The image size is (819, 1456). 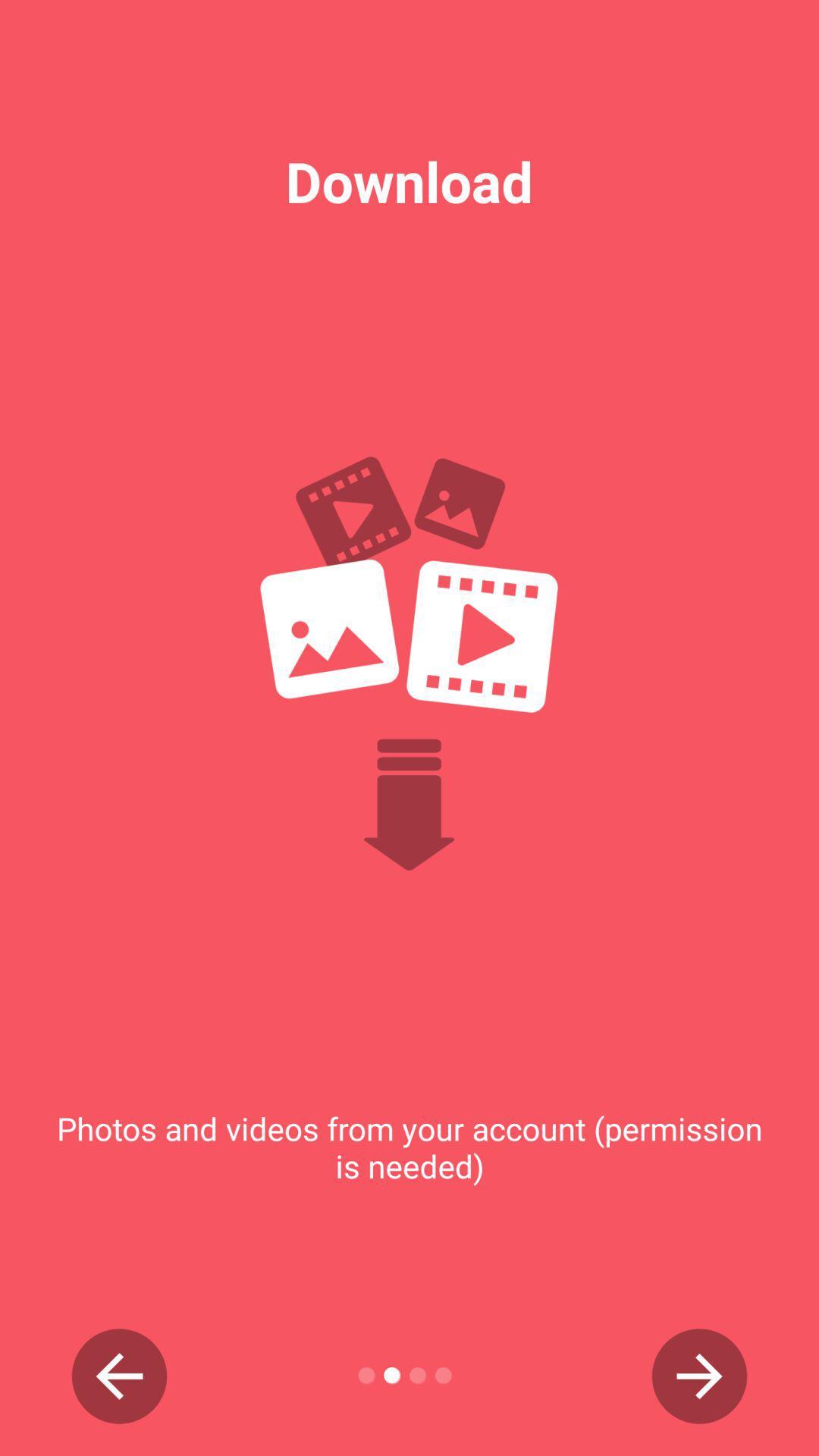 What do you see at coordinates (699, 1376) in the screenshot?
I see `go next page` at bounding box center [699, 1376].